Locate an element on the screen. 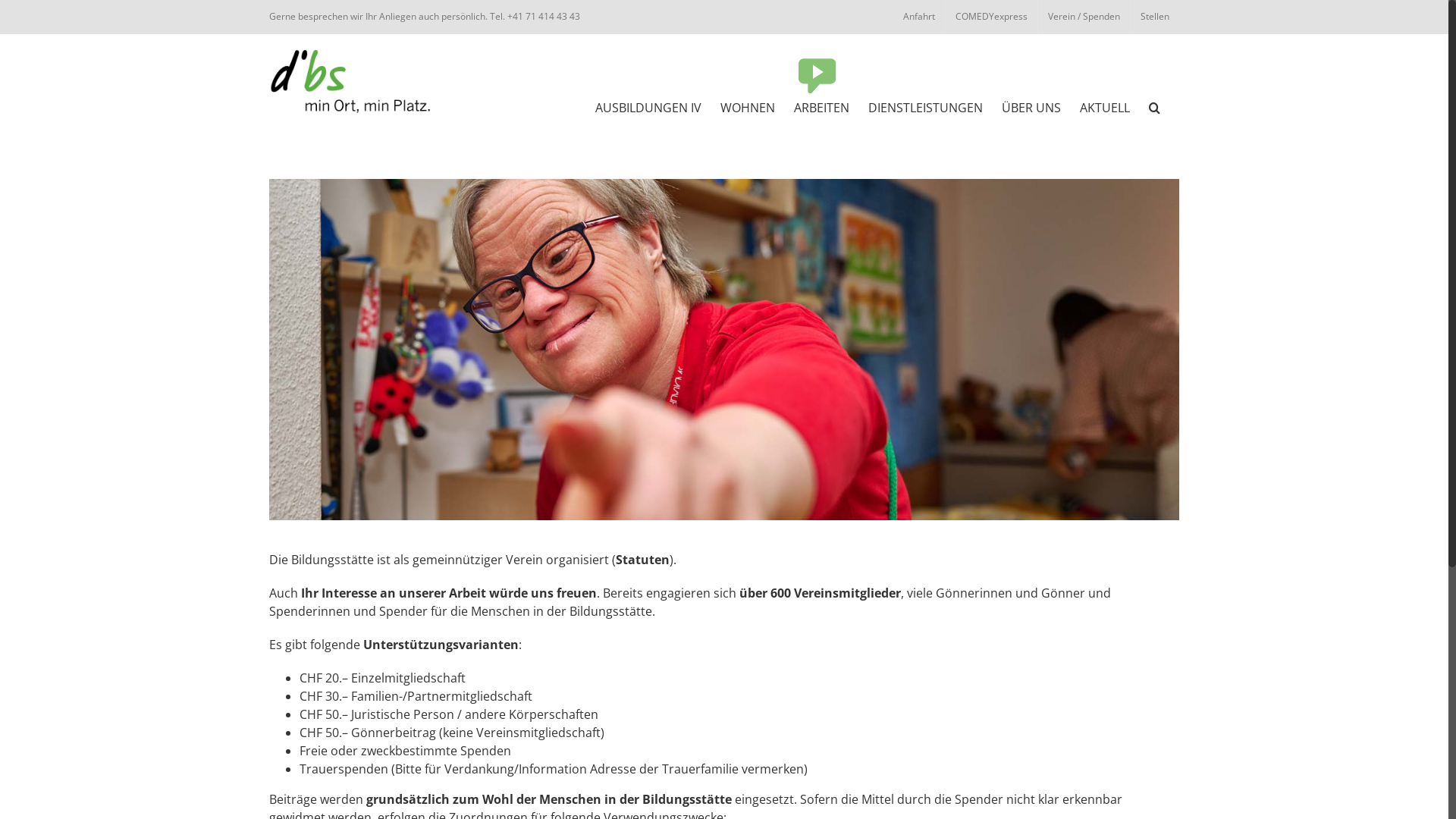 This screenshot has width=1456, height=819. 'AUSBILDUNGEN IV' is located at coordinates (595, 105).